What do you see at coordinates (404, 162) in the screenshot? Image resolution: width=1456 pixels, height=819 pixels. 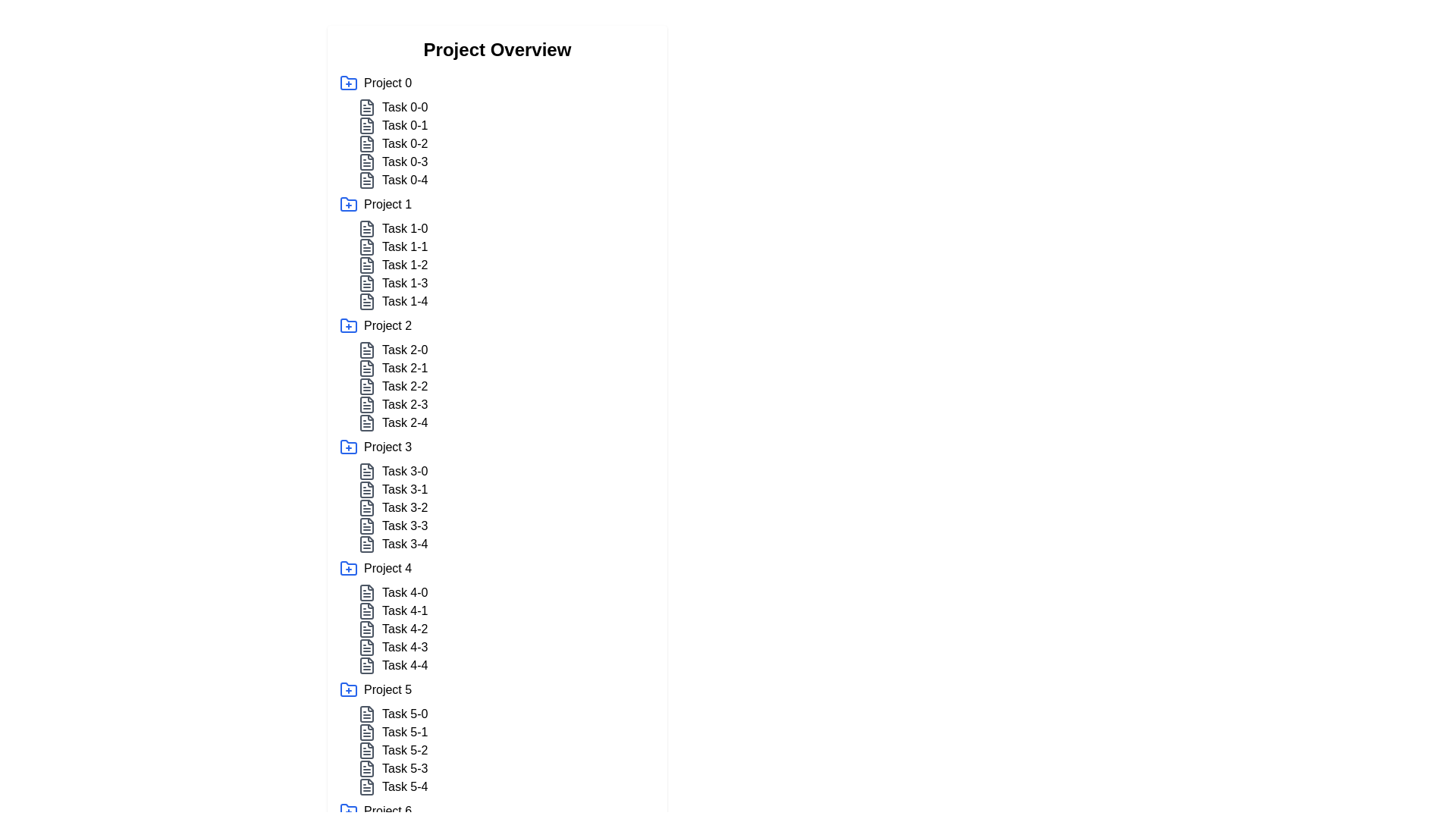 I see `the text label displaying 'Task 0-3'` at bounding box center [404, 162].